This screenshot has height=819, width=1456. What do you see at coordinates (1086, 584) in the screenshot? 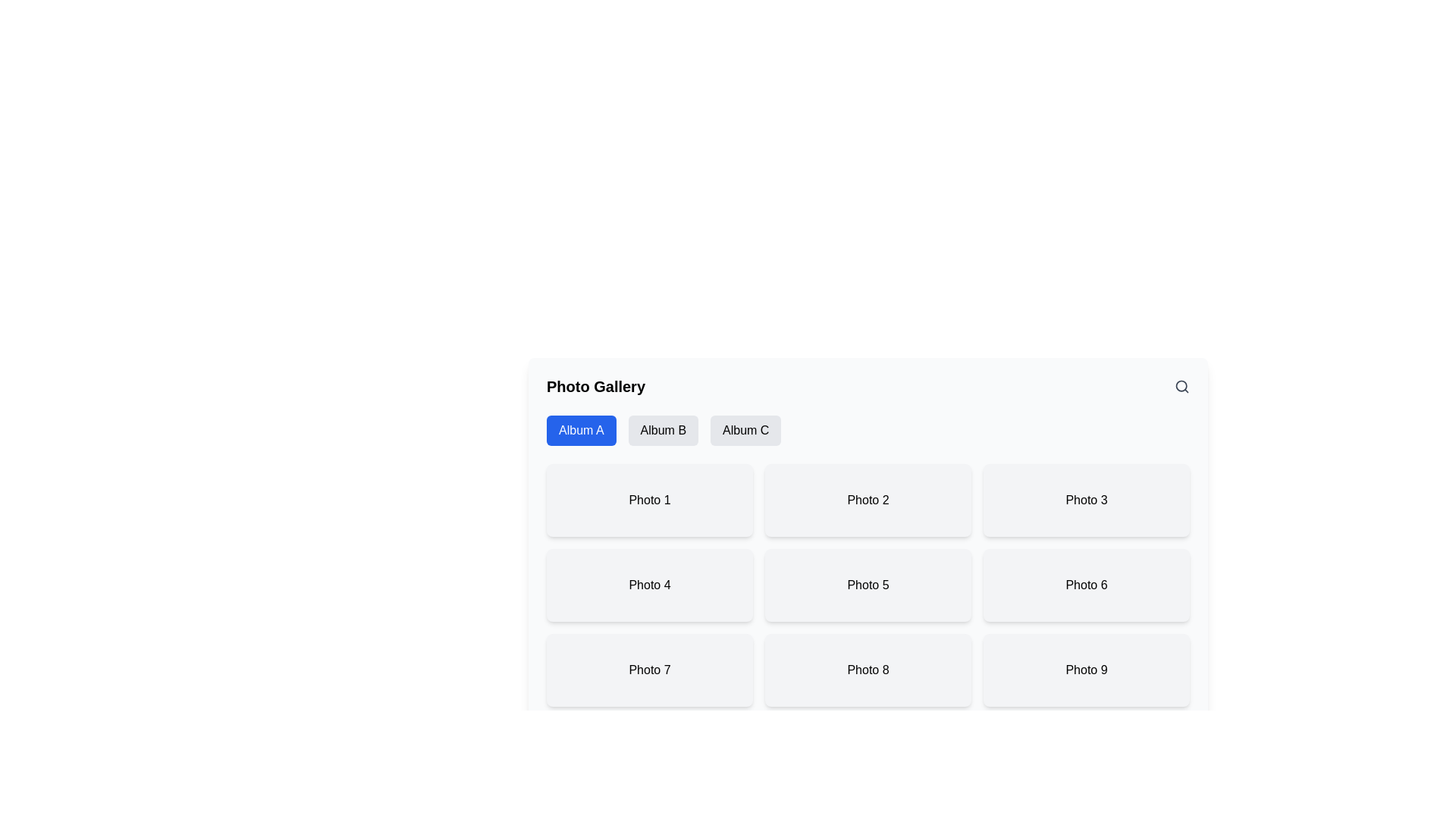
I see `the static label or item placeholder titled 'Photo 6' located in the second row and third column of the grid layout` at bounding box center [1086, 584].